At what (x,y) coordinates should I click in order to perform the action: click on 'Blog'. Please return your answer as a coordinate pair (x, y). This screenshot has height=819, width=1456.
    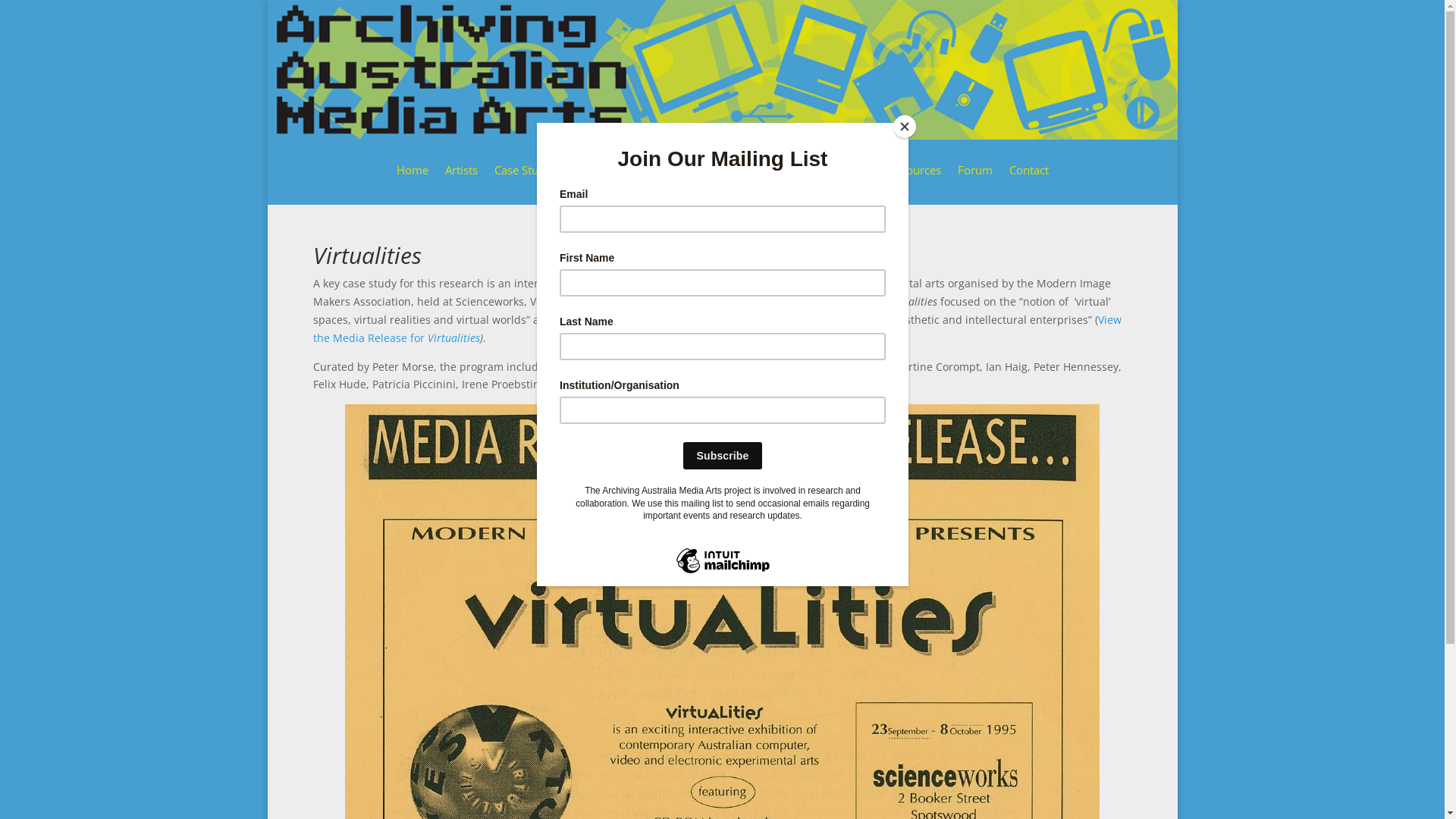
    Looking at the image, I should click on (859, 180).